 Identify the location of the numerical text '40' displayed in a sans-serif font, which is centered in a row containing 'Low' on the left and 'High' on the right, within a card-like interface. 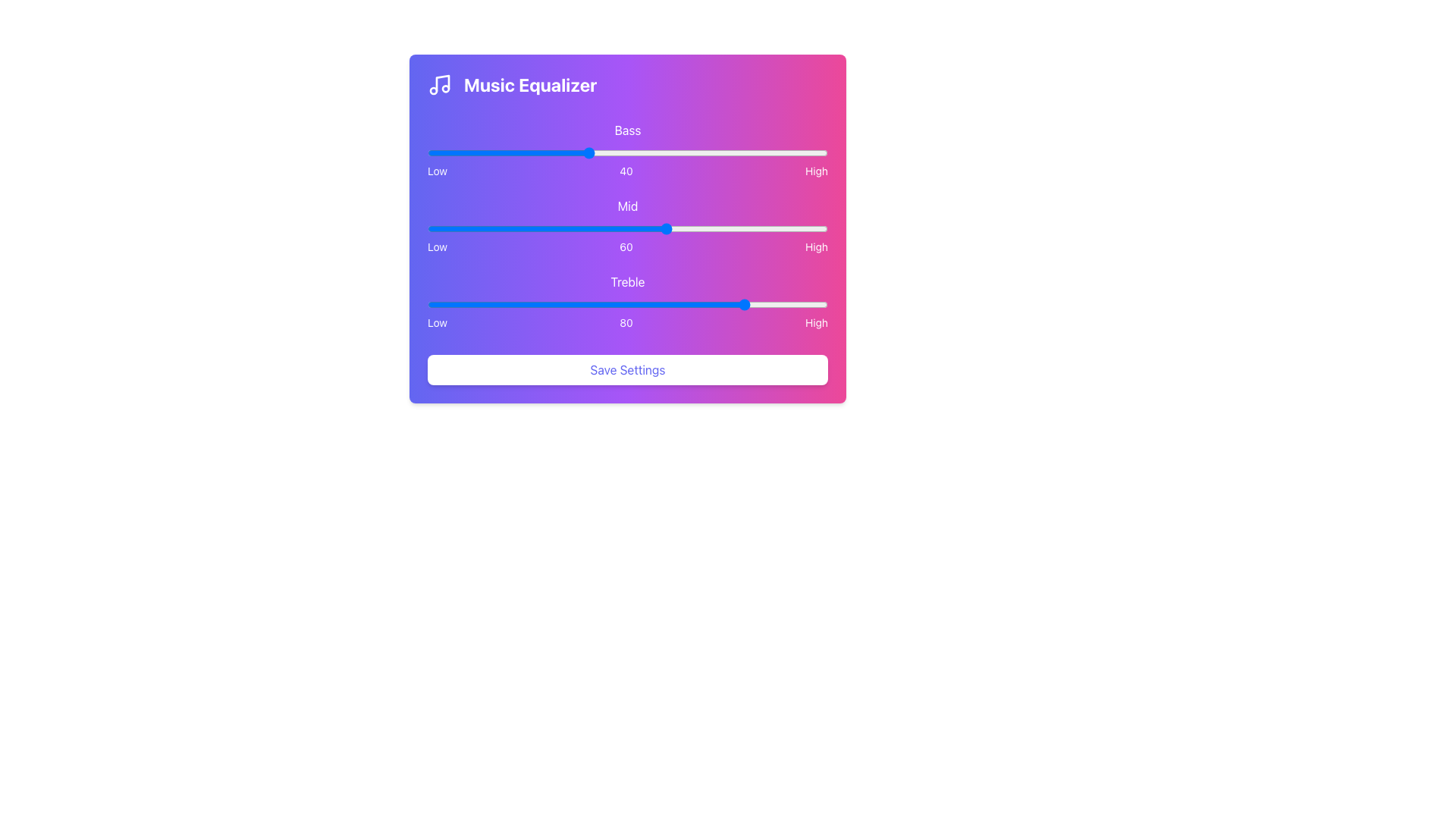
(626, 171).